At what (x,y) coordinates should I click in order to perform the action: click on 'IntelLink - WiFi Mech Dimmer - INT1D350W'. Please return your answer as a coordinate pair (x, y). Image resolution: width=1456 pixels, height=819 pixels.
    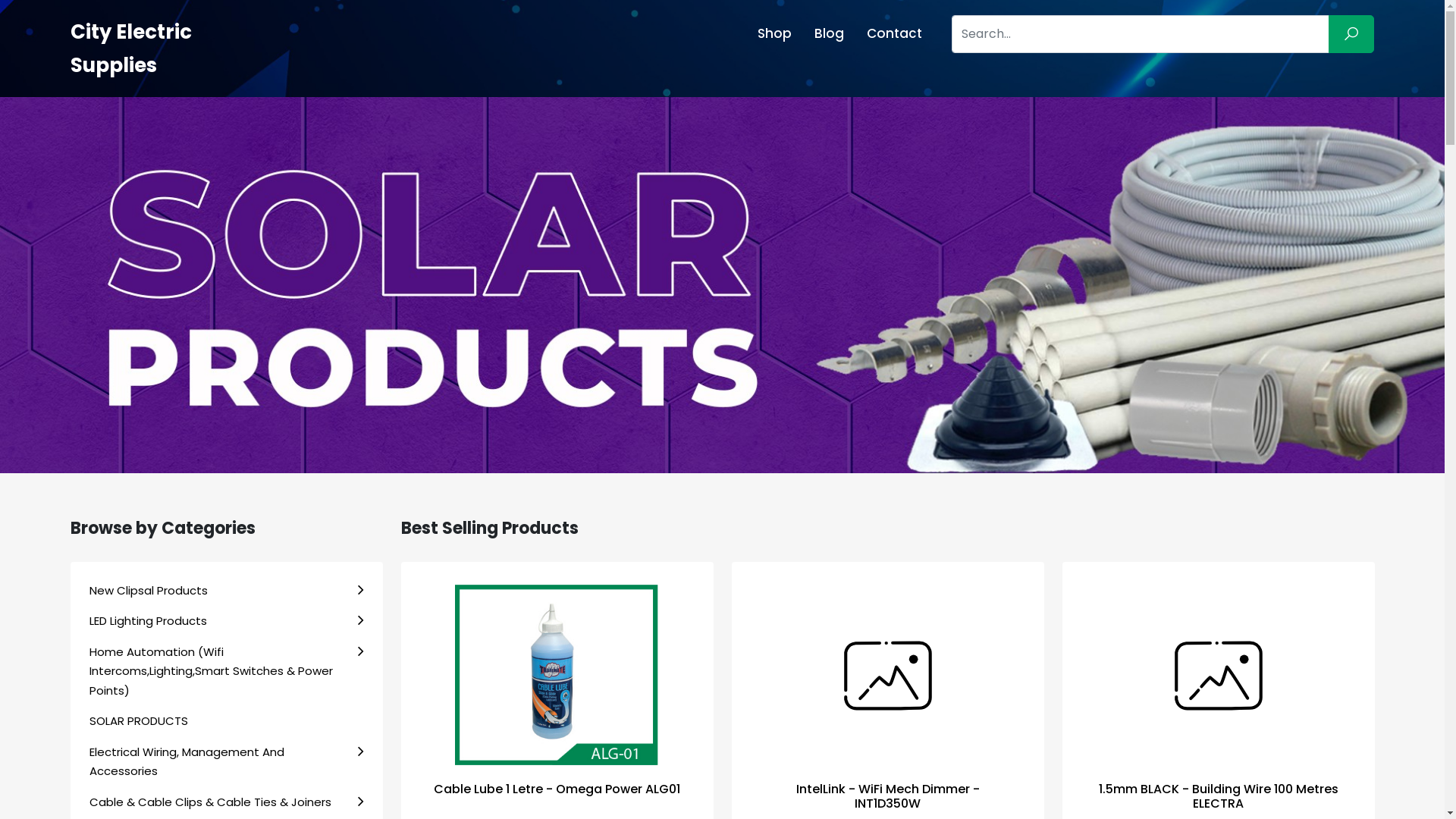
    Looking at the image, I should click on (888, 795).